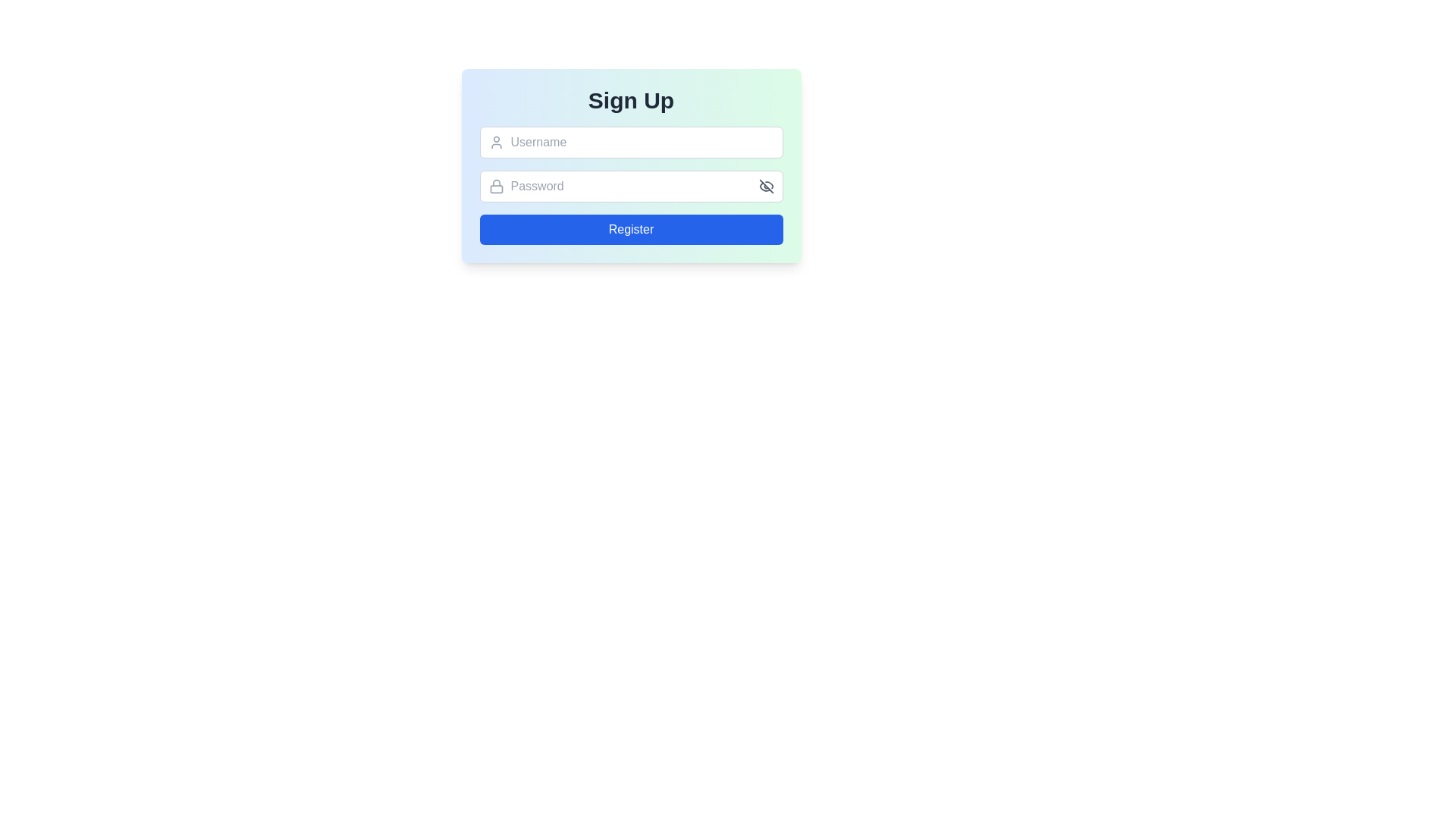 The width and height of the screenshot is (1456, 819). Describe the element at coordinates (766, 186) in the screenshot. I see `the password visibility toggle button, which is represented by an eye icon with a slash, located at the right edge of the password input field` at that location.